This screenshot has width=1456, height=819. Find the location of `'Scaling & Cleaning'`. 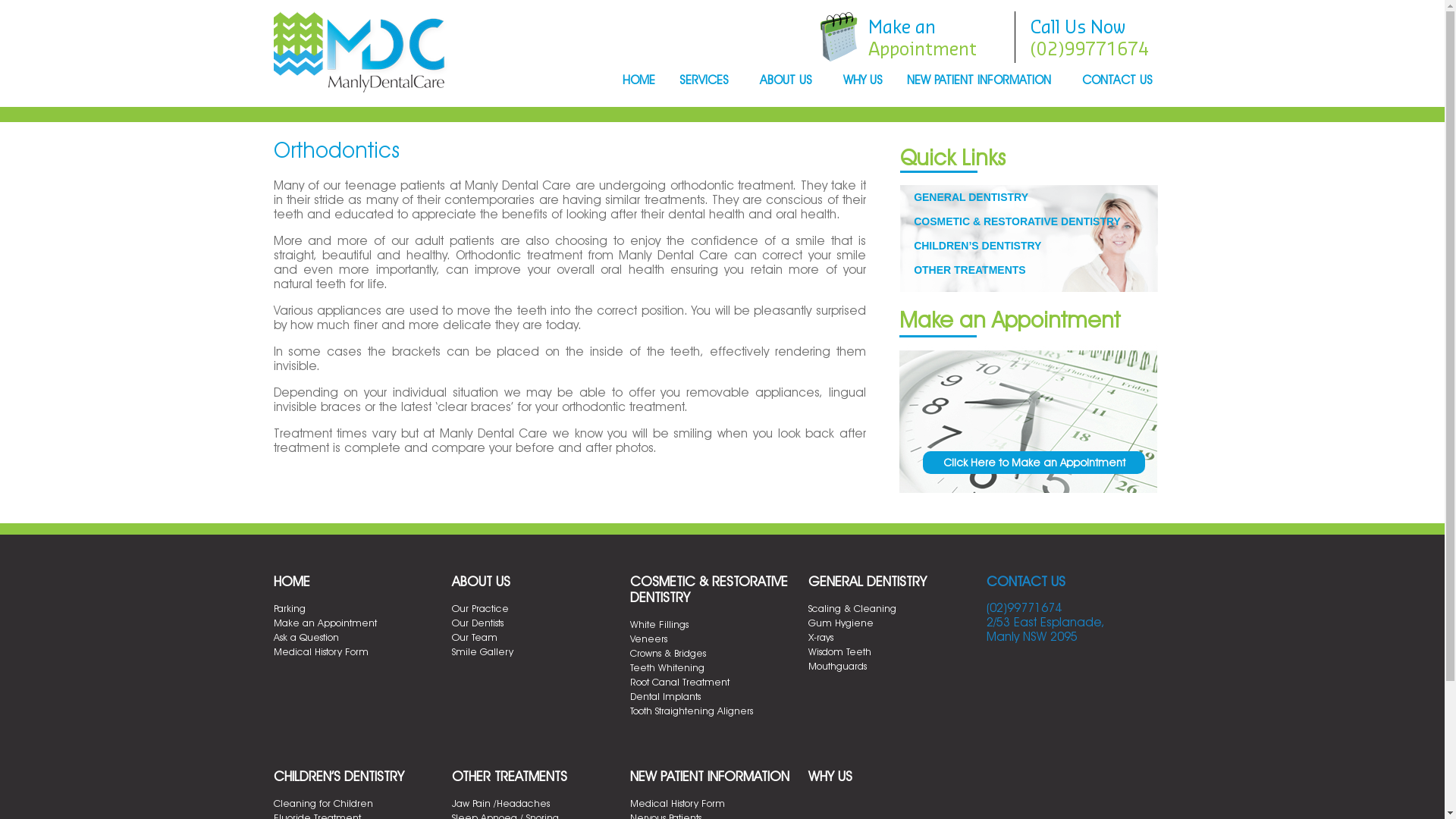

'Scaling & Cleaning' is located at coordinates (852, 607).